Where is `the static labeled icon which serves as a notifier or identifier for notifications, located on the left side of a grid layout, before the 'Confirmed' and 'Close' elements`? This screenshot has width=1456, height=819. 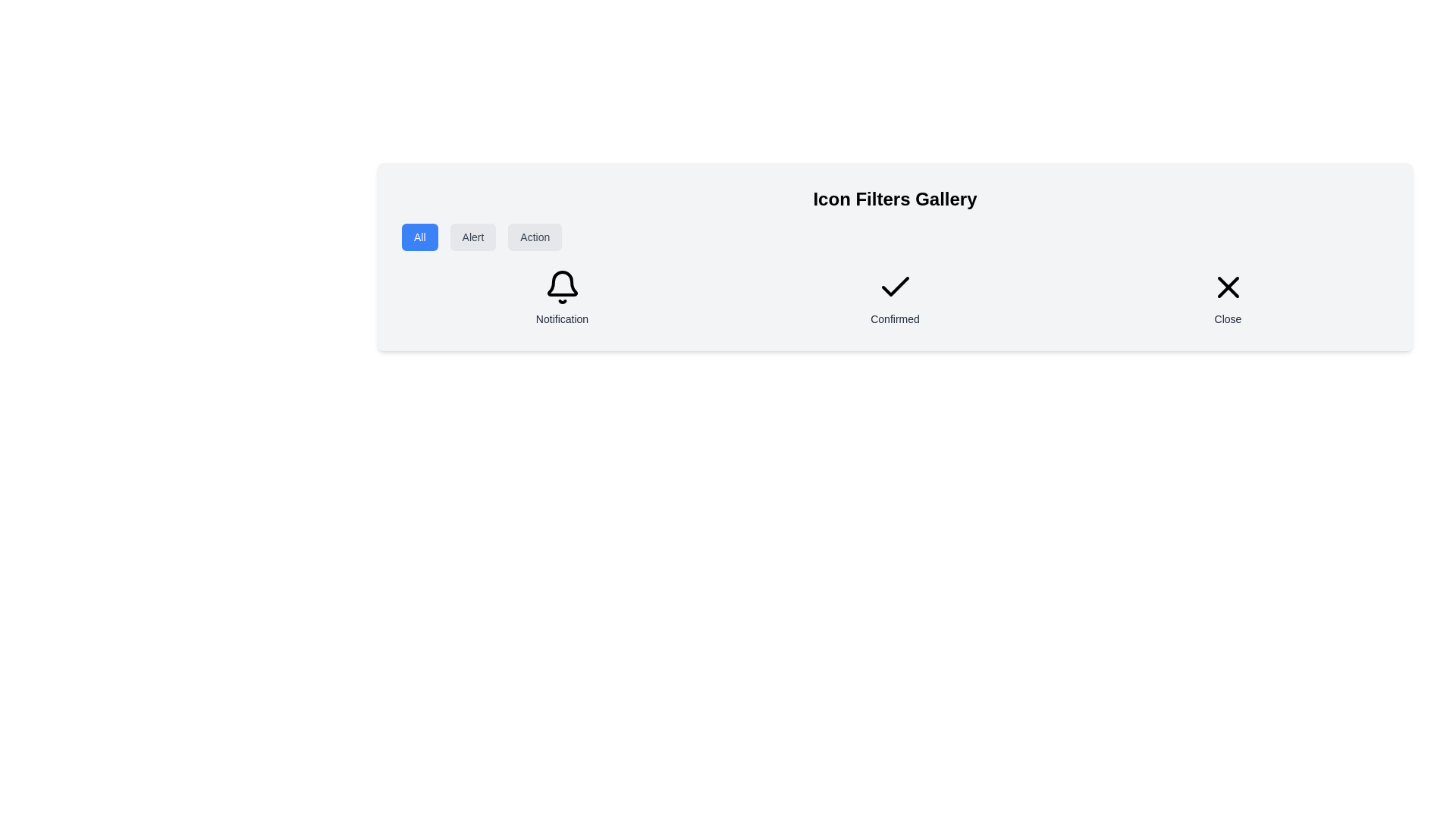 the static labeled icon which serves as a notifier or identifier for notifications, located on the left side of a grid layout, before the 'Confirmed' and 'Close' elements is located at coordinates (561, 298).